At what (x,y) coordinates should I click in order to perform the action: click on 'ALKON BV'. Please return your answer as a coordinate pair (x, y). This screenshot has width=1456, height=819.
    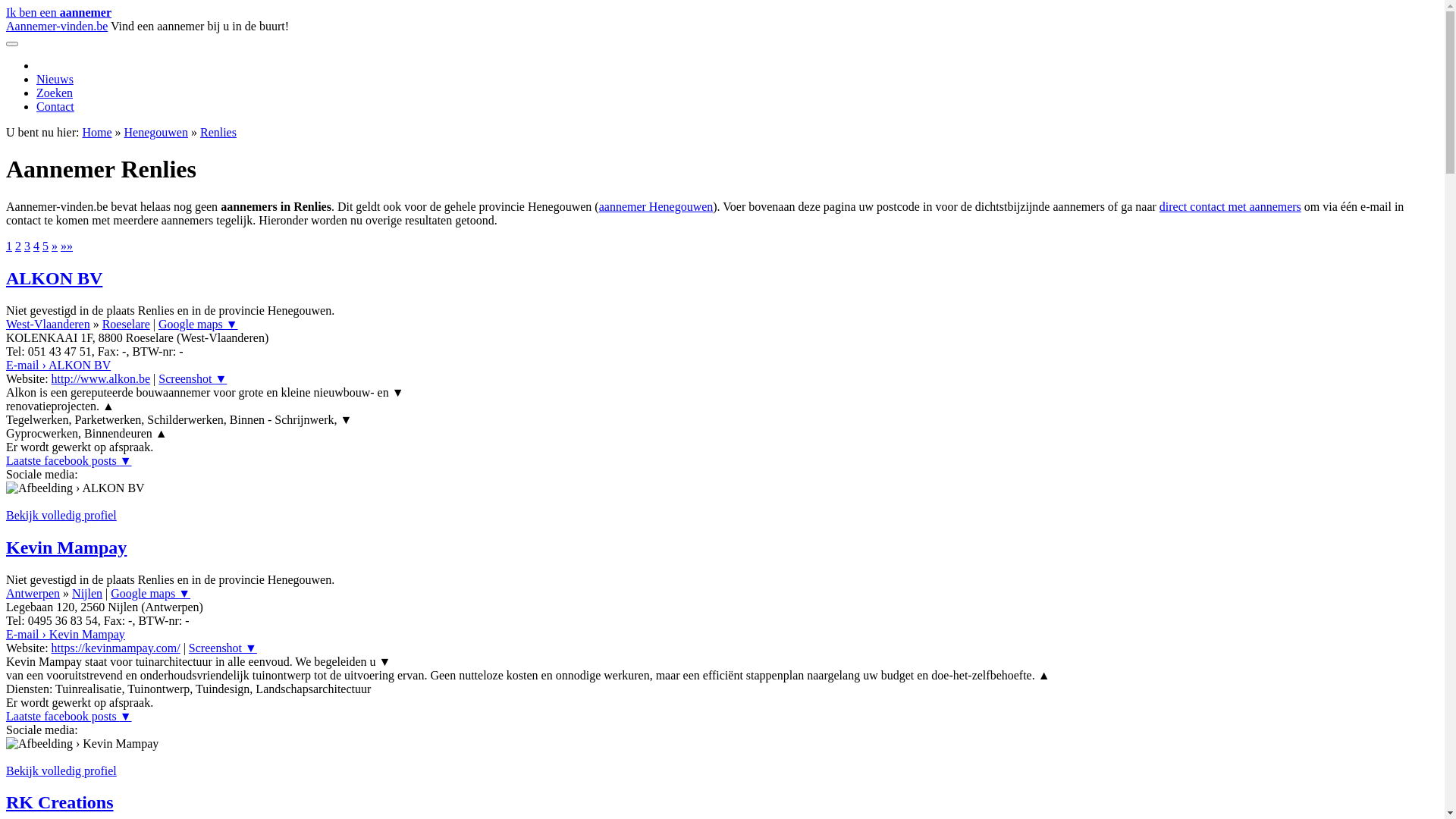
    Looking at the image, I should click on (54, 278).